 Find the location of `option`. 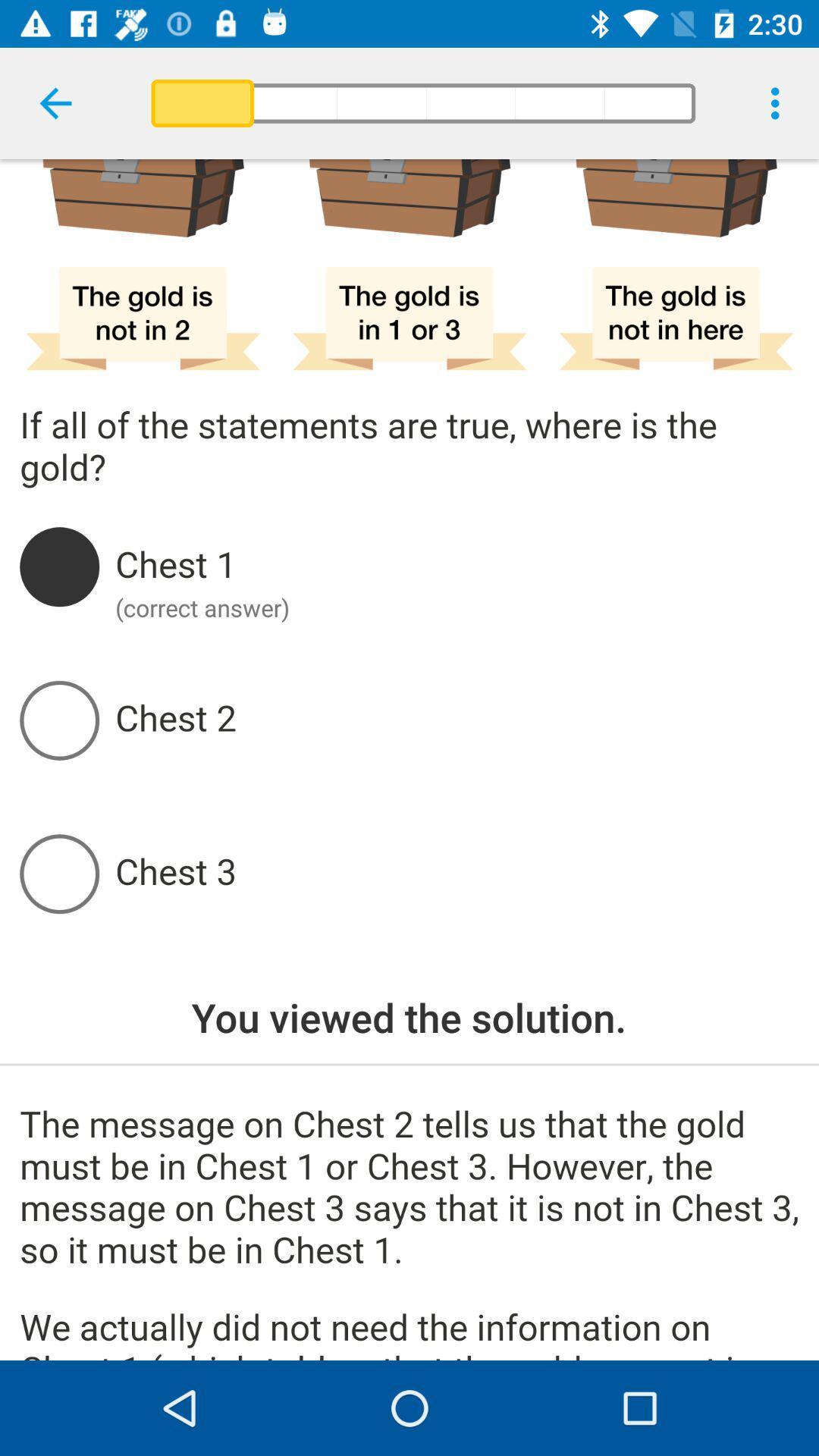

option is located at coordinates (456, 874).